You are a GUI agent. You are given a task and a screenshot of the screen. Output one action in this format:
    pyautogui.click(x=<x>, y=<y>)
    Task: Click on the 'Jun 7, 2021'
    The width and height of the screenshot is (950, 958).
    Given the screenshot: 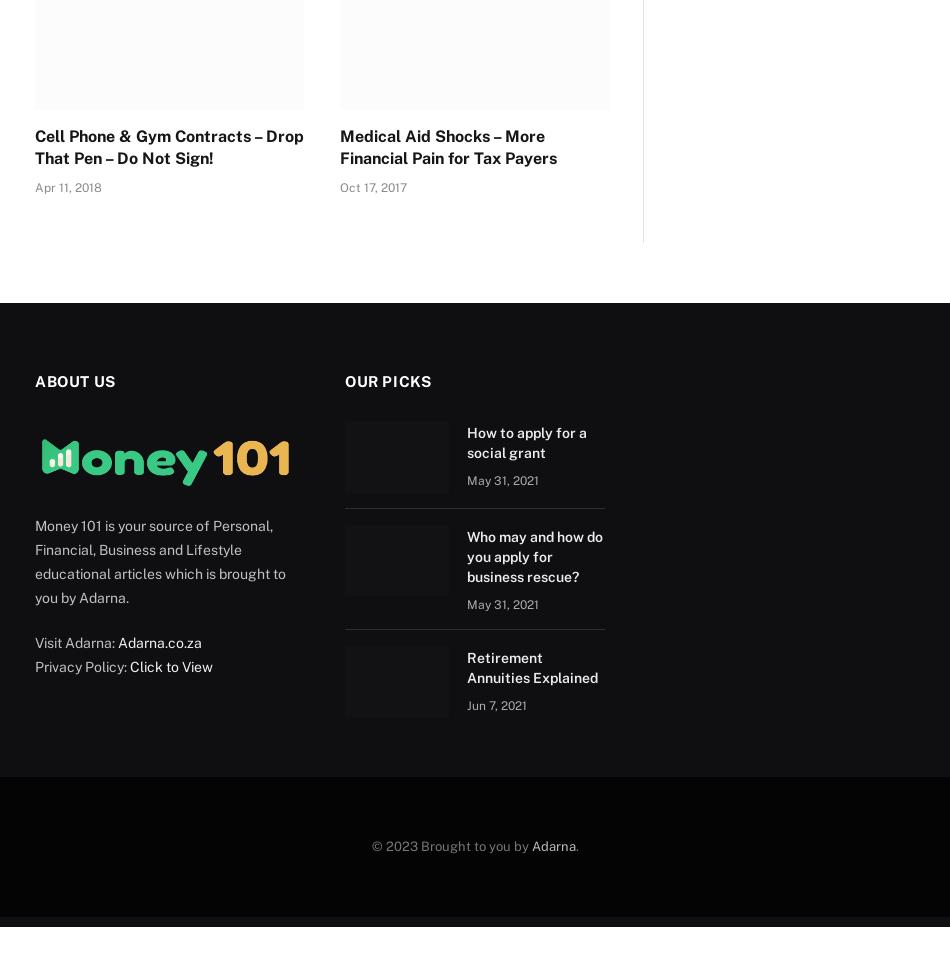 What is the action you would take?
    pyautogui.click(x=495, y=703)
    